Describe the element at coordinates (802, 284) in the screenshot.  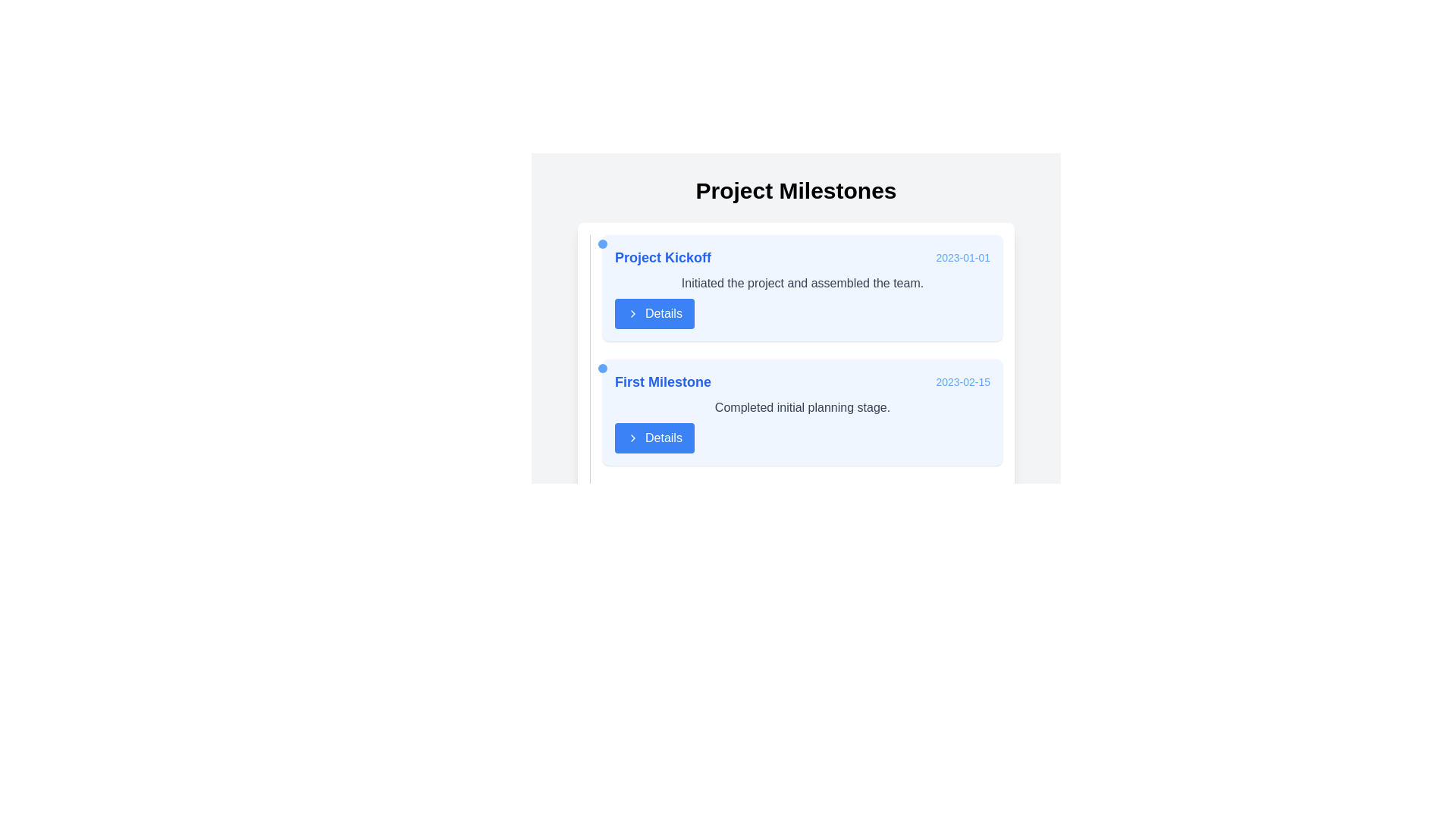
I see `static text element that states 'Initiated the project and assembled the team.' This element is located below the header 'Project Kickoff' and above the 'Details' button` at that location.